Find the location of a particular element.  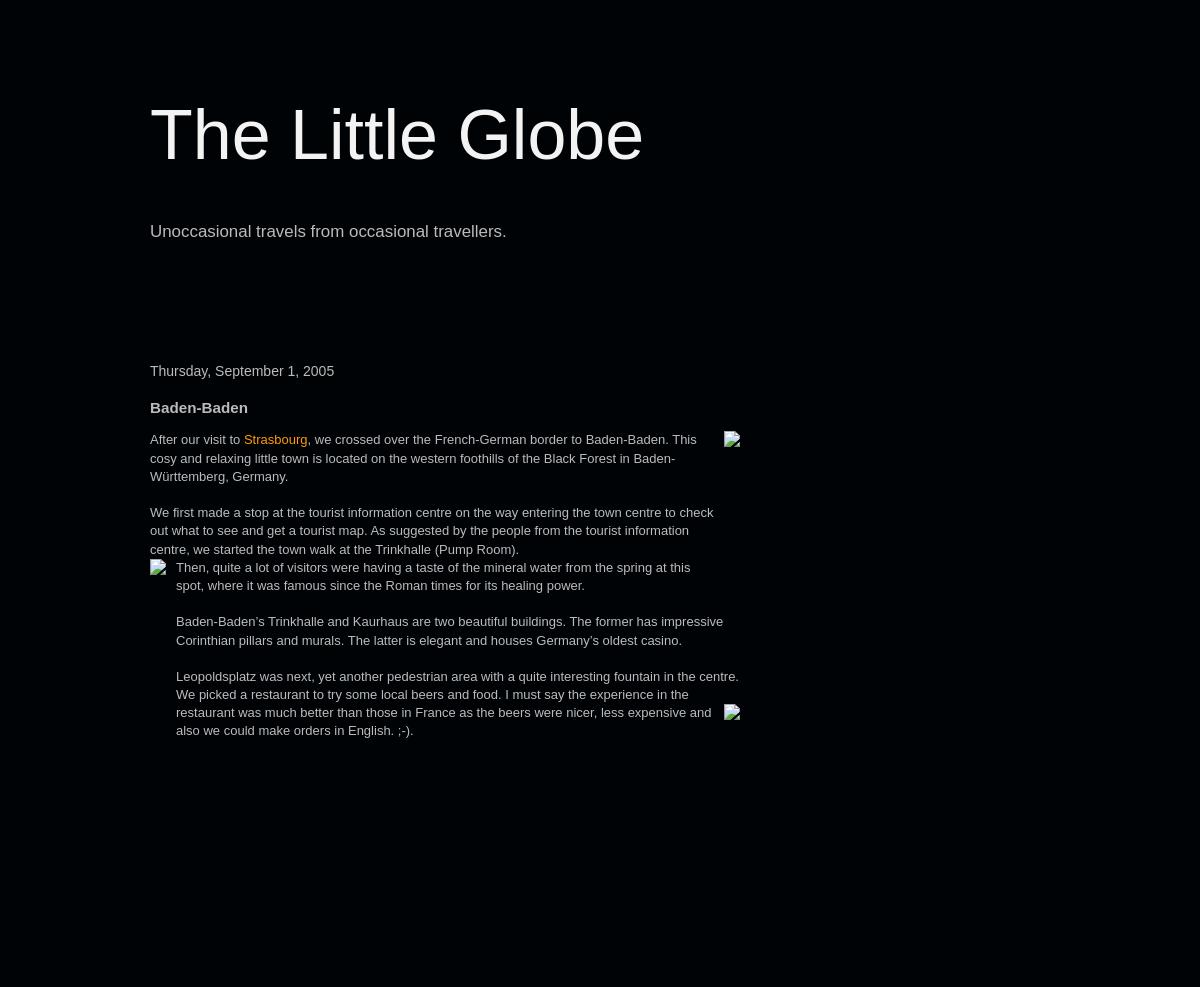

'Baden-Baden’s Trinkhalle and Kaurhaus are two beautiful buildings. The former has impressive Corinthian pillars and murals. The latter is elegant and houses Germany’s oldest casino.' is located at coordinates (449, 629).